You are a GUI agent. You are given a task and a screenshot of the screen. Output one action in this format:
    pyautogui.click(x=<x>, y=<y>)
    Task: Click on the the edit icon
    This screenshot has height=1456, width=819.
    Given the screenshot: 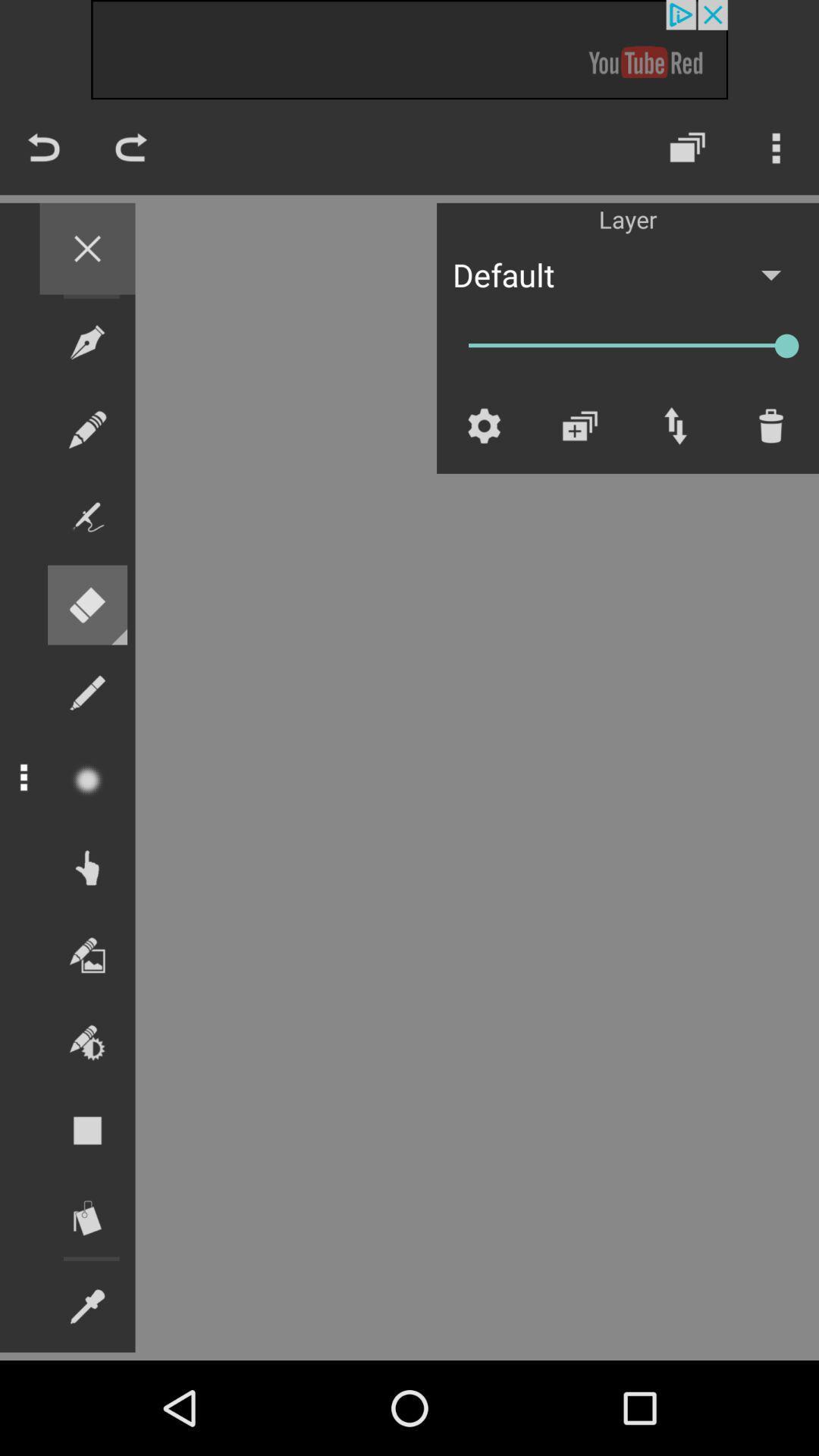 What is the action you would take?
    pyautogui.click(x=87, y=692)
    